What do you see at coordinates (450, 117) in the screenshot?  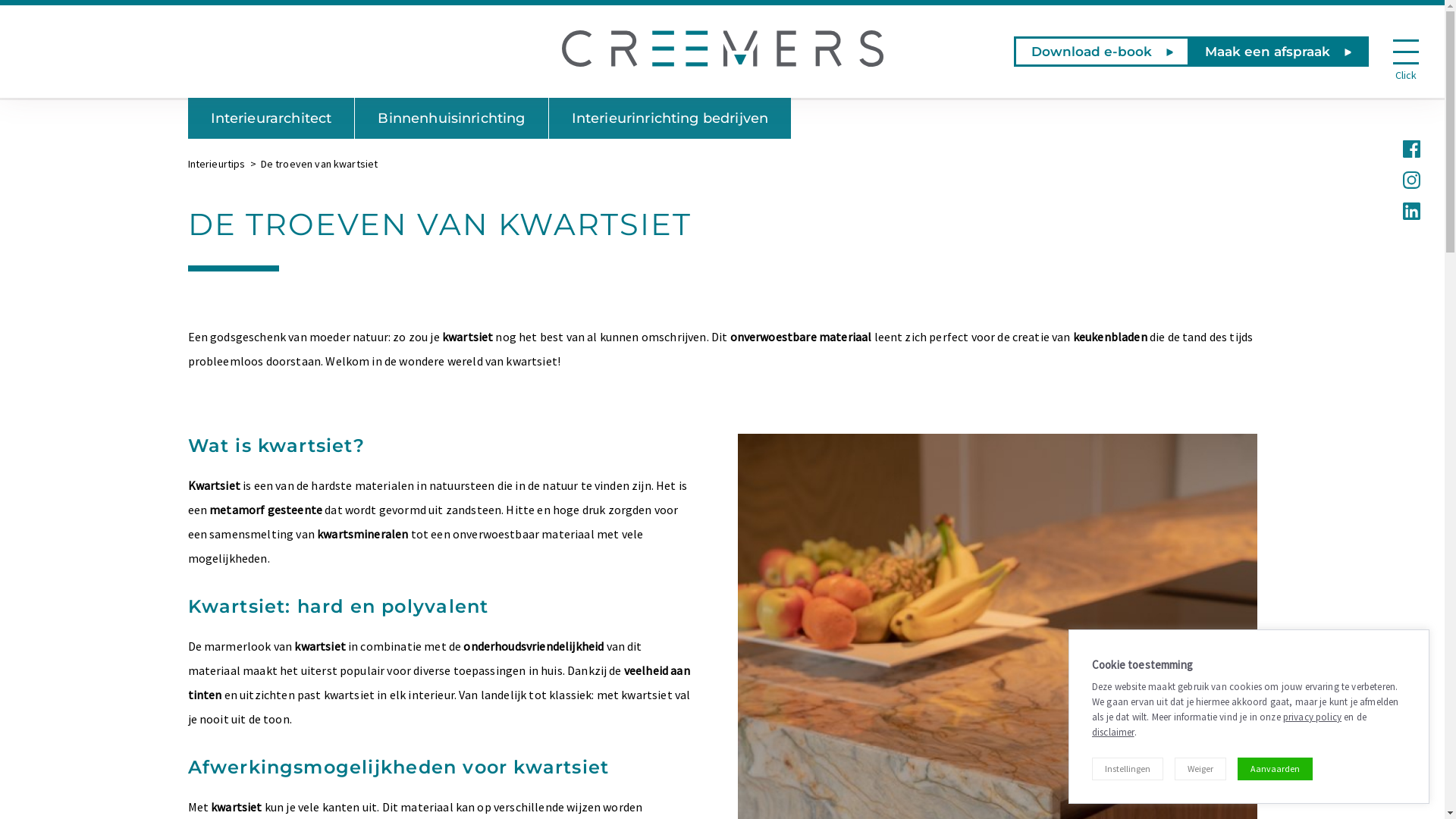 I see `'Binnenhuisinrichting'` at bounding box center [450, 117].